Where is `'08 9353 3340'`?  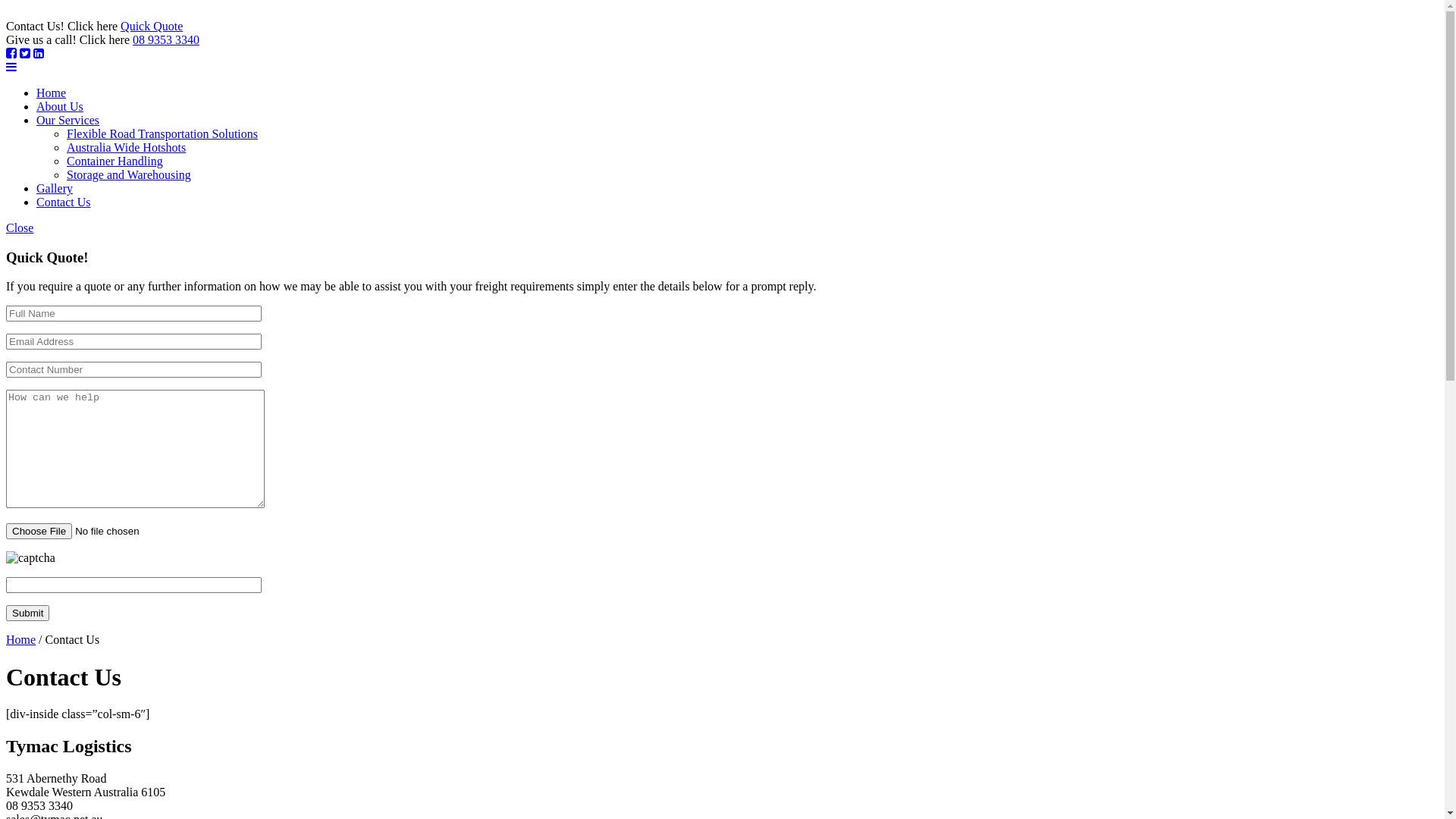
'08 9353 3340' is located at coordinates (166, 39).